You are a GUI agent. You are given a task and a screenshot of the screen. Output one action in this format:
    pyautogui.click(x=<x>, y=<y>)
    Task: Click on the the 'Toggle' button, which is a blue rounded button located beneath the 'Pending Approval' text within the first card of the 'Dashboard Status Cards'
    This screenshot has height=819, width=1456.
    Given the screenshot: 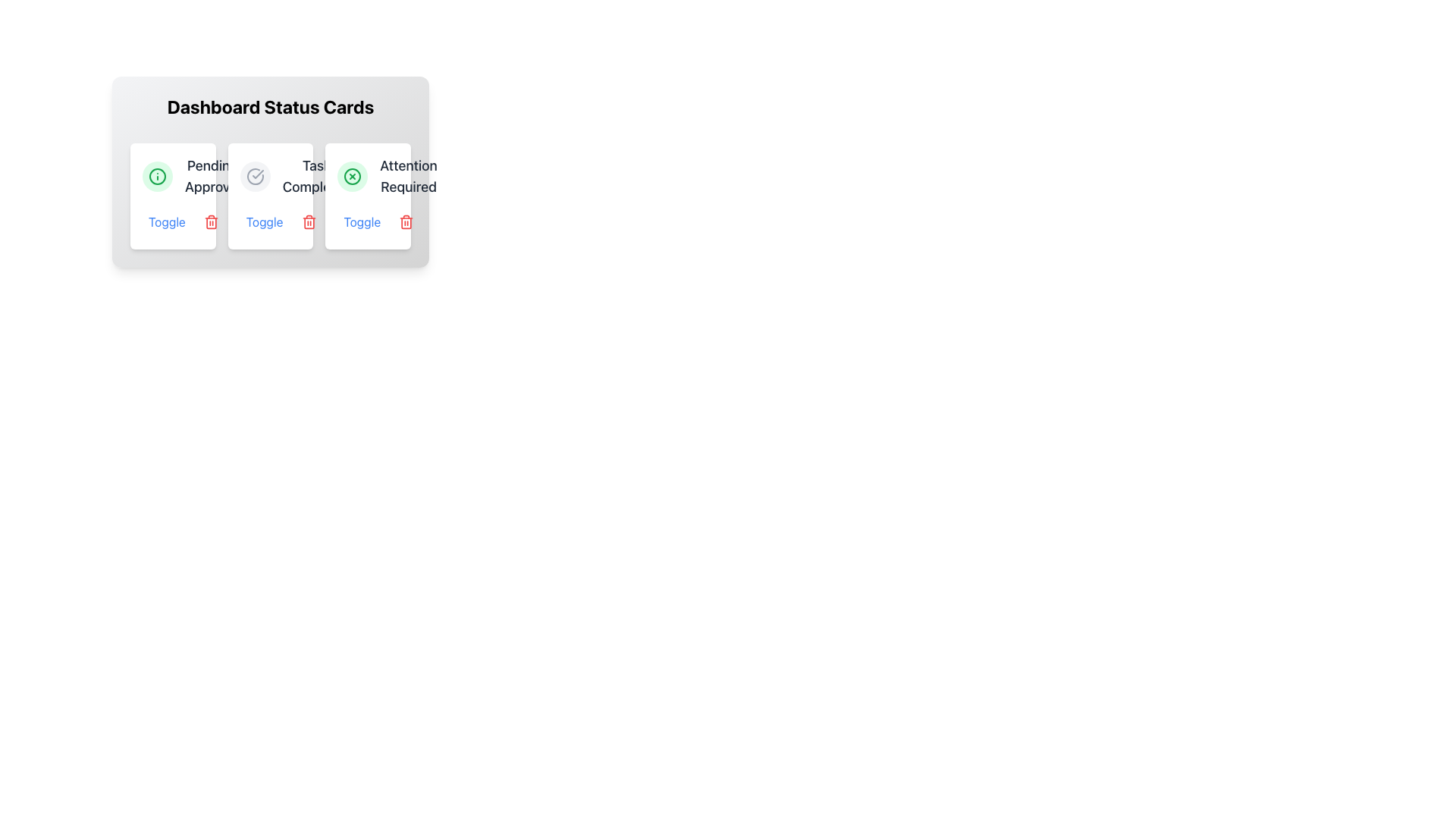 What is the action you would take?
    pyautogui.click(x=173, y=222)
    